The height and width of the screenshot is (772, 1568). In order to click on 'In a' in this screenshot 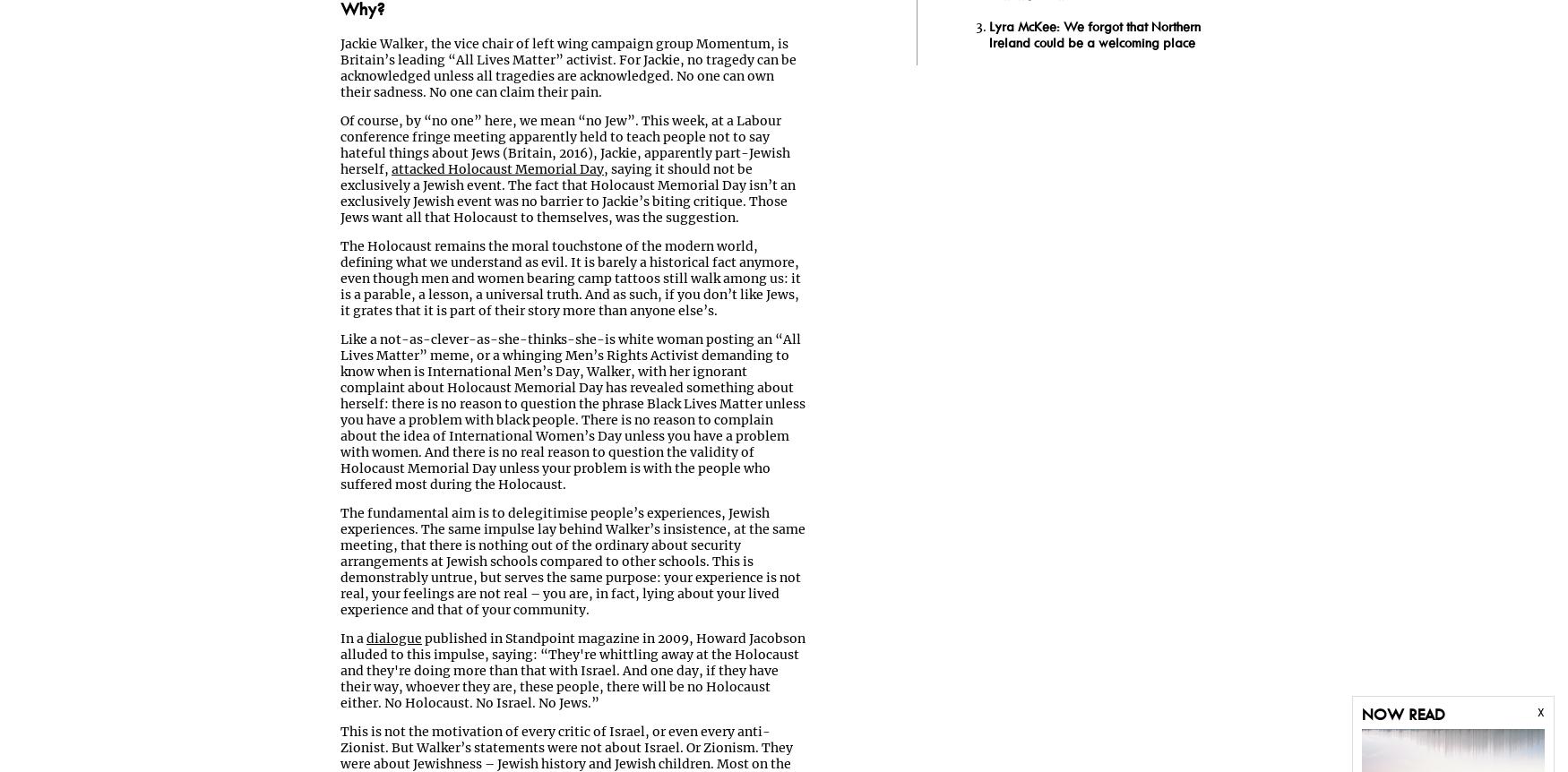, I will do `click(352, 637)`.